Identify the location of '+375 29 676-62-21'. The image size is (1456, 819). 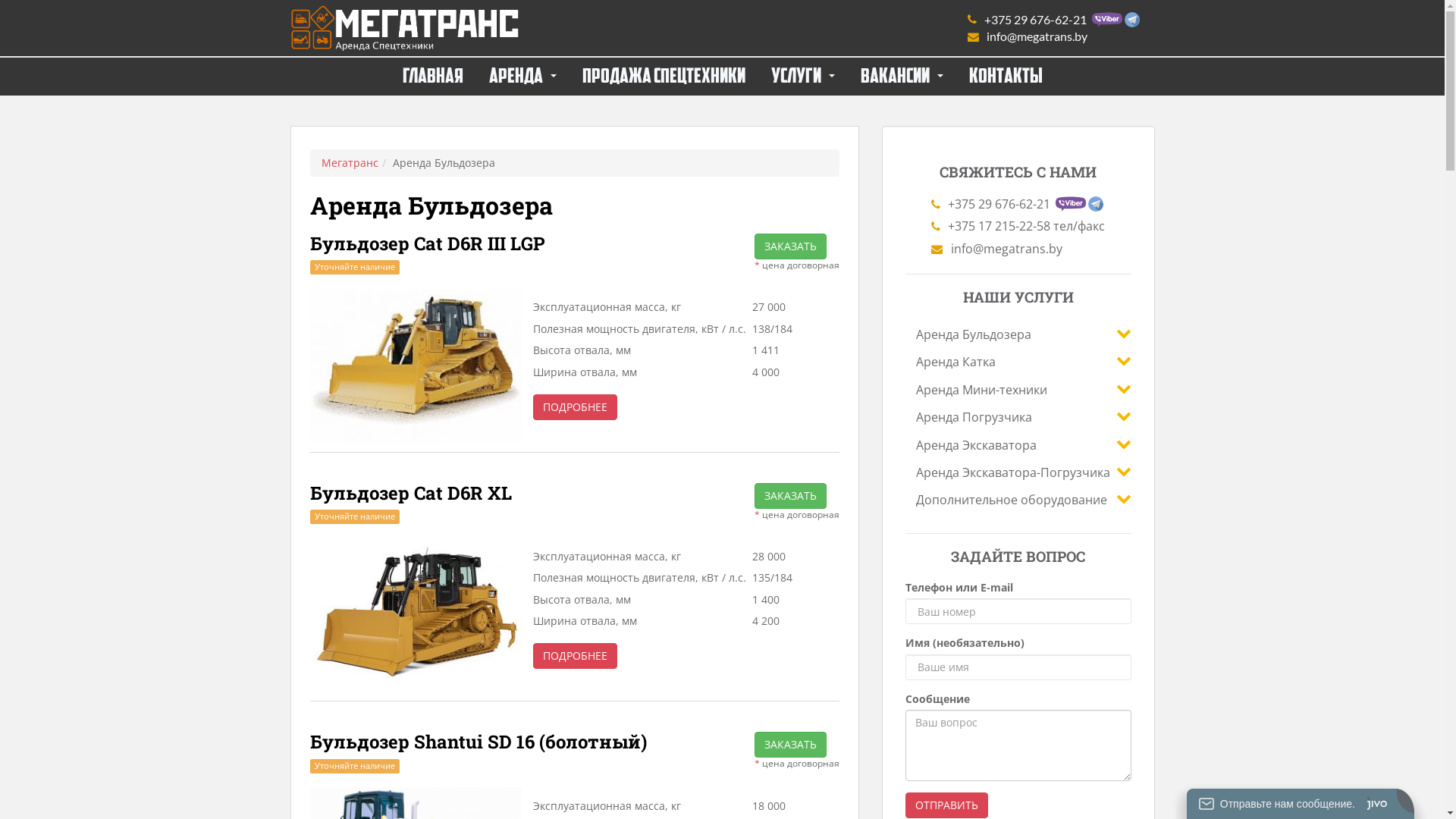
(1053, 20).